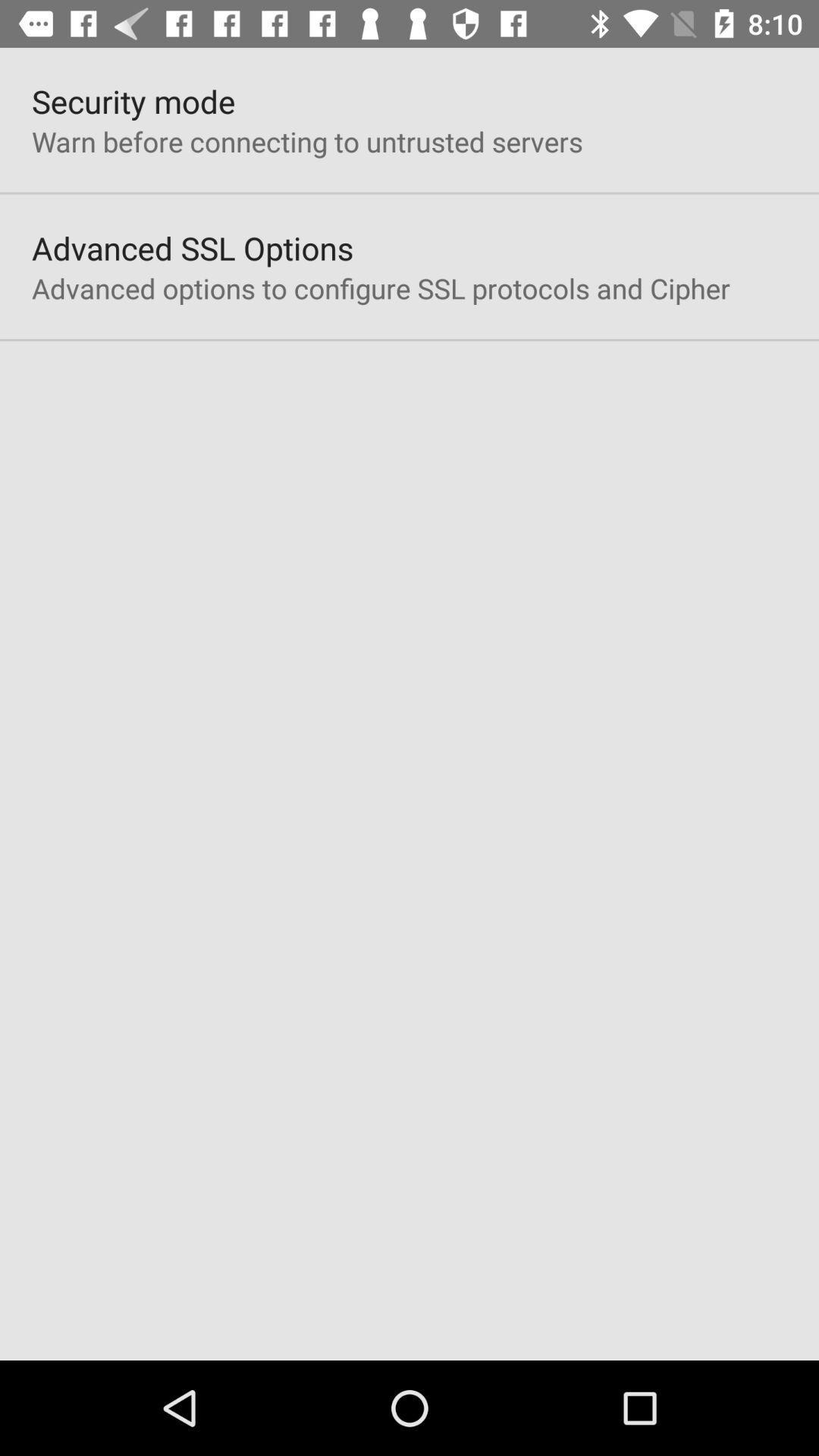 Image resolution: width=819 pixels, height=1456 pixels. Describe the element at coordinates (307, 141) in the screenshot. I see `warn before connecting icon` at that location.